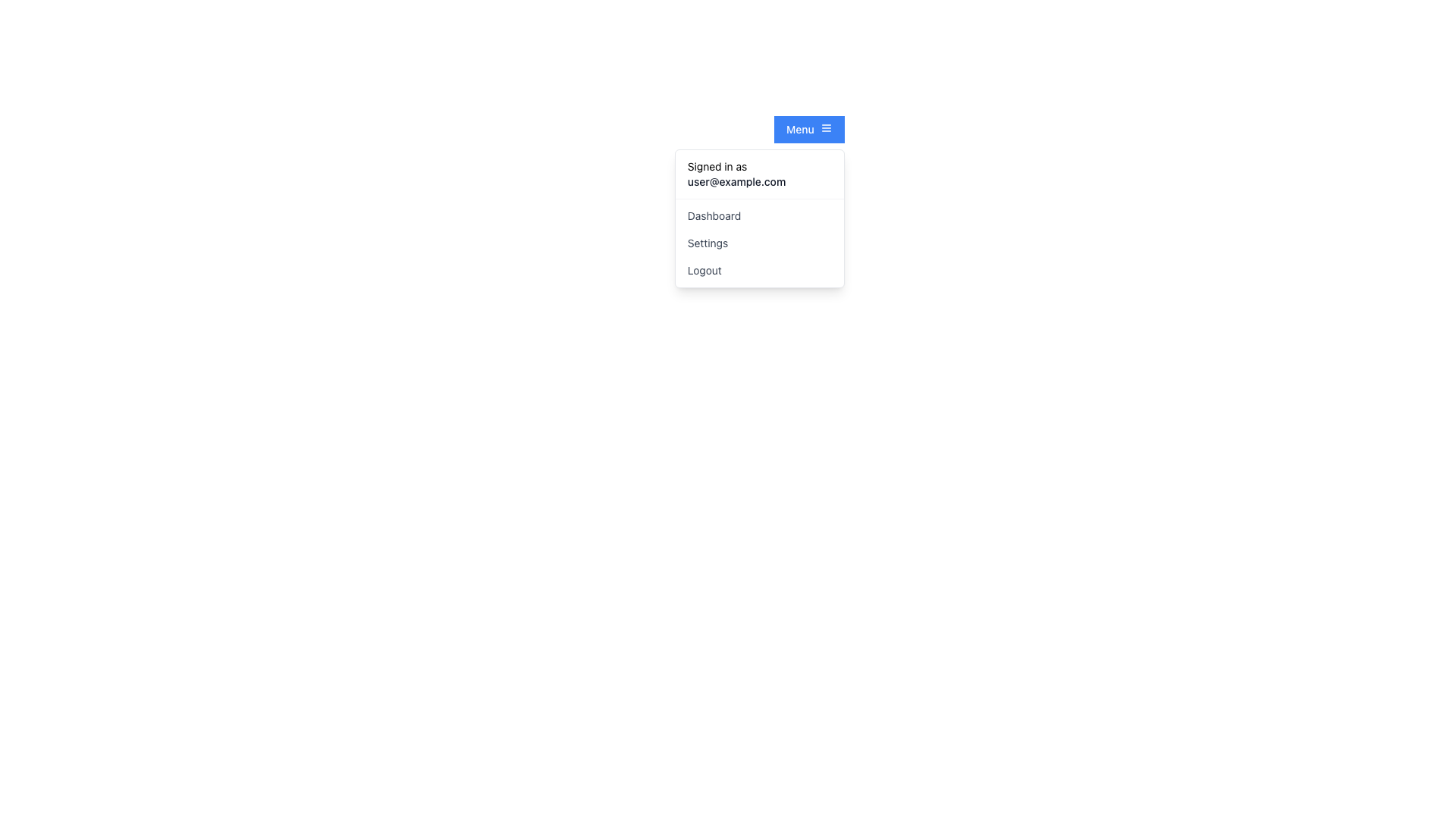 The height and width of the screenshot is (819, 1456). Describe the element at coordinates (759, 270) in the screenshot. I see `the 'logout' hyperlink located at the bottom of the dropdown menu, which is the third option after 'Dashboard' and 'Settings', to log out of the current session` at that location.